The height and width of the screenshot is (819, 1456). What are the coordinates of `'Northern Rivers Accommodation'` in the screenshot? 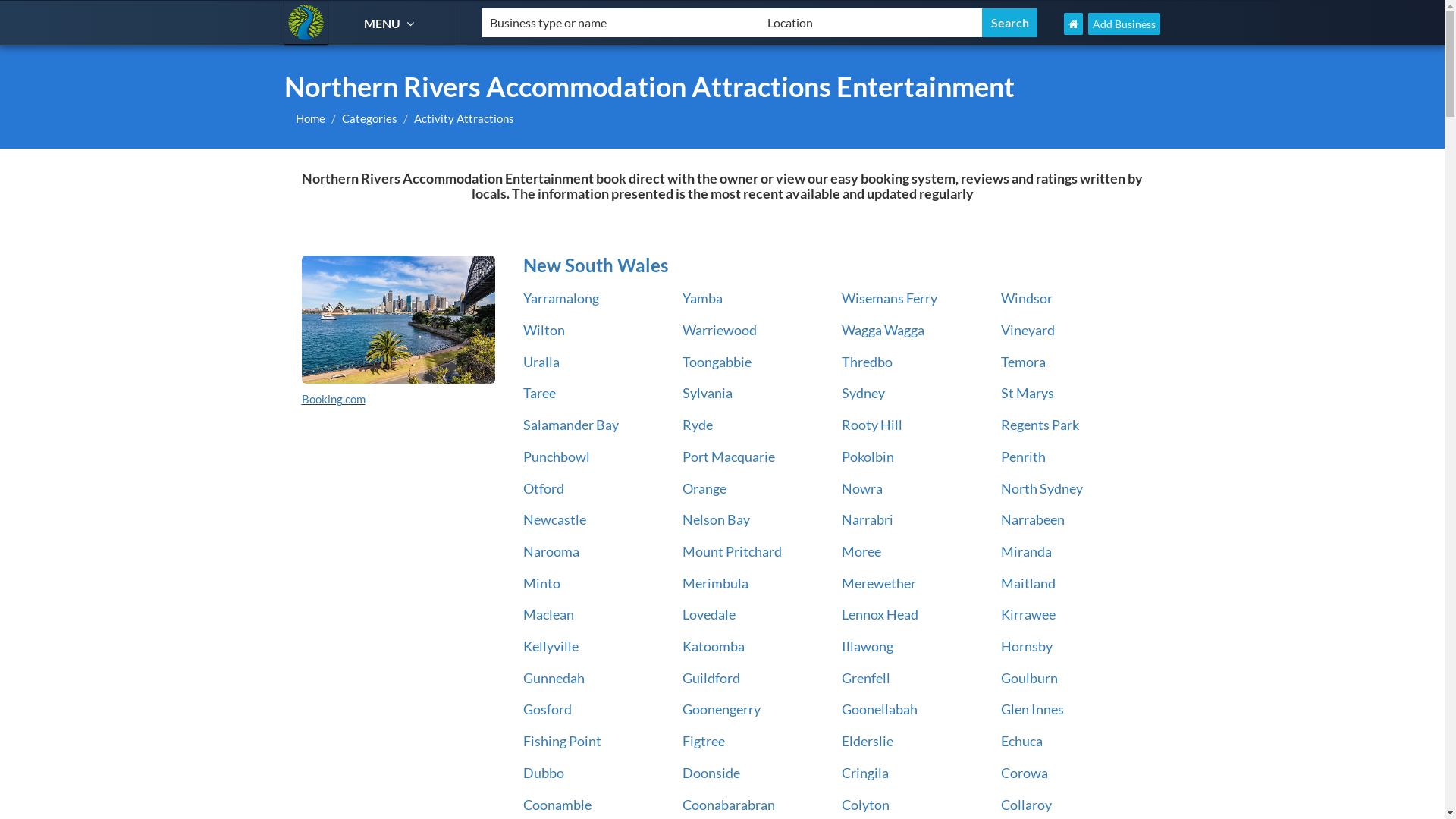 It's located at (305, 22).